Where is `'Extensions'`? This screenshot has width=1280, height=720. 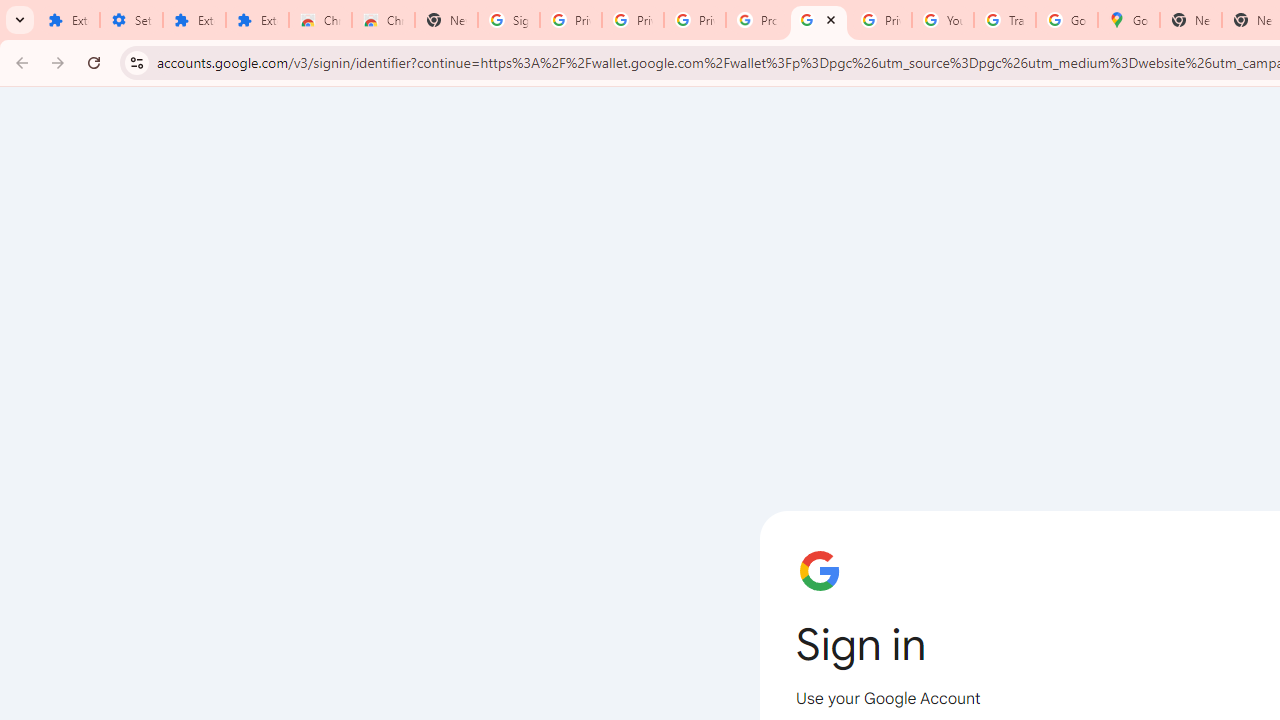
'Extensions' is located at coordinates (194, 20).